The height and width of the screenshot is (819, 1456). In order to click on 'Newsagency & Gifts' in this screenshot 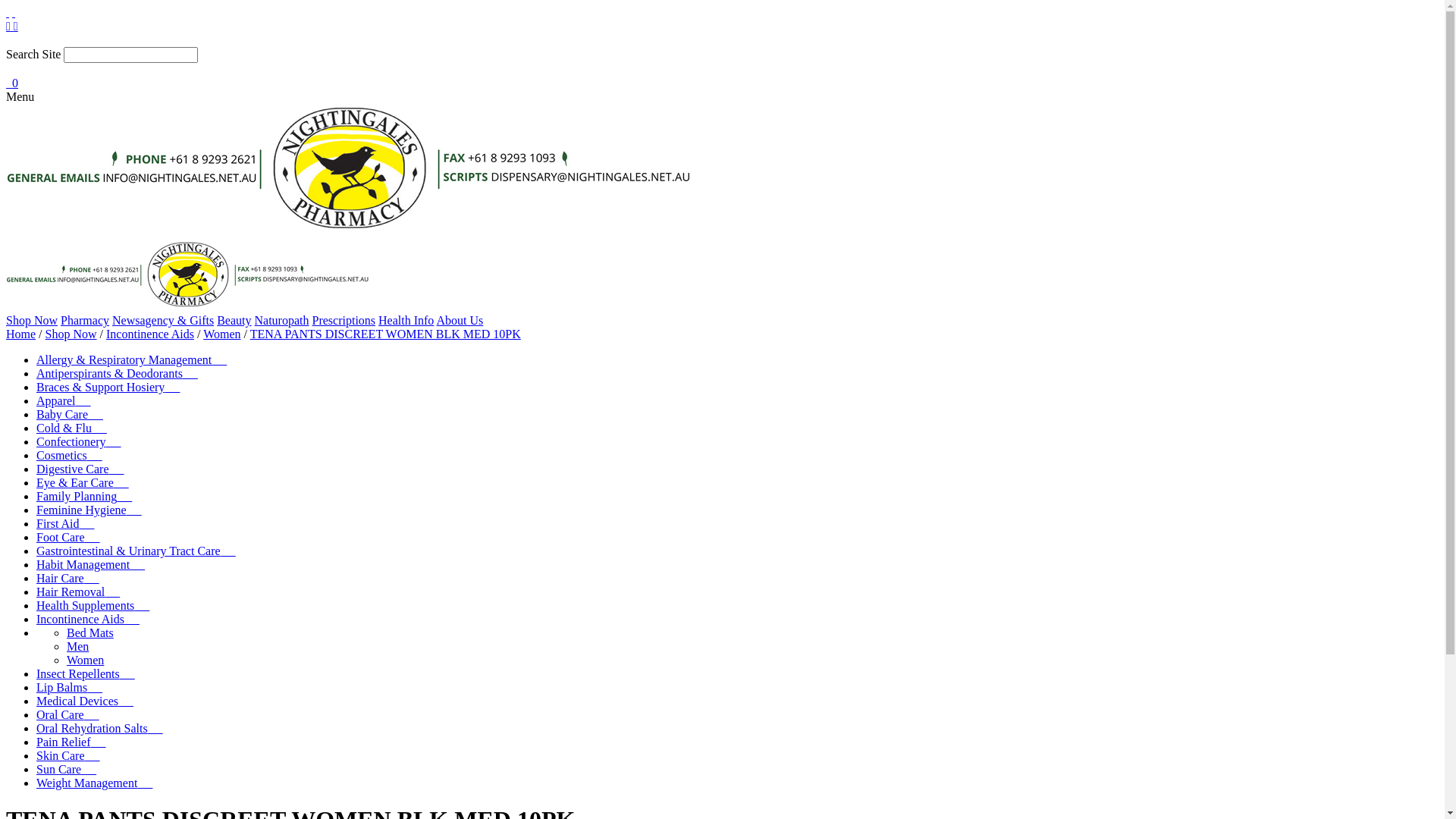, I will do `click(163, 319)`.